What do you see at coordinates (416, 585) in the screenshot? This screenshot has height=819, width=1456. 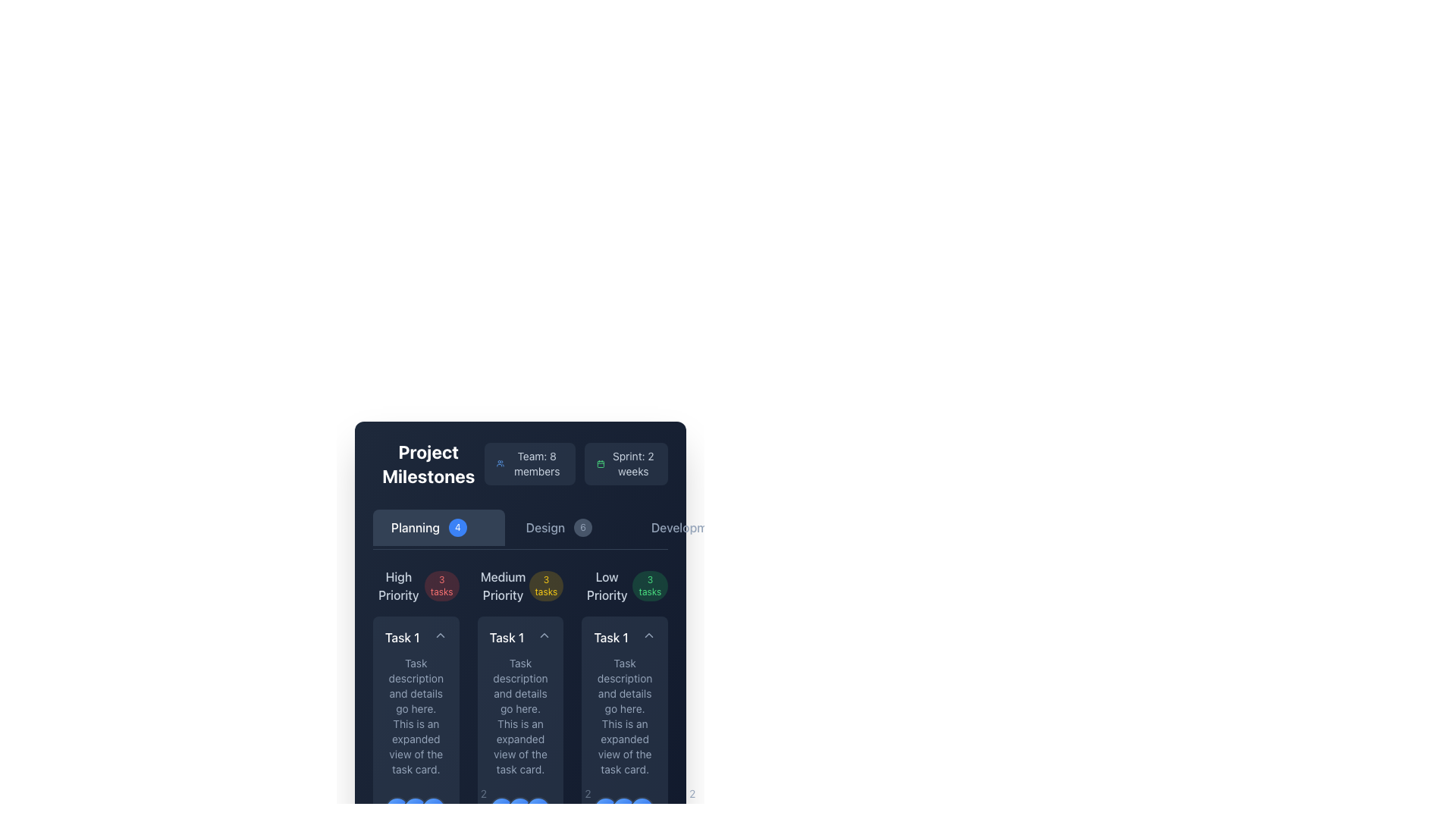 I see `the text label with a badge indicating 'High Priority' tasks and showing '3 tasks' located beneath the 'Project Milestones' header` at bounding box center [416, 585].